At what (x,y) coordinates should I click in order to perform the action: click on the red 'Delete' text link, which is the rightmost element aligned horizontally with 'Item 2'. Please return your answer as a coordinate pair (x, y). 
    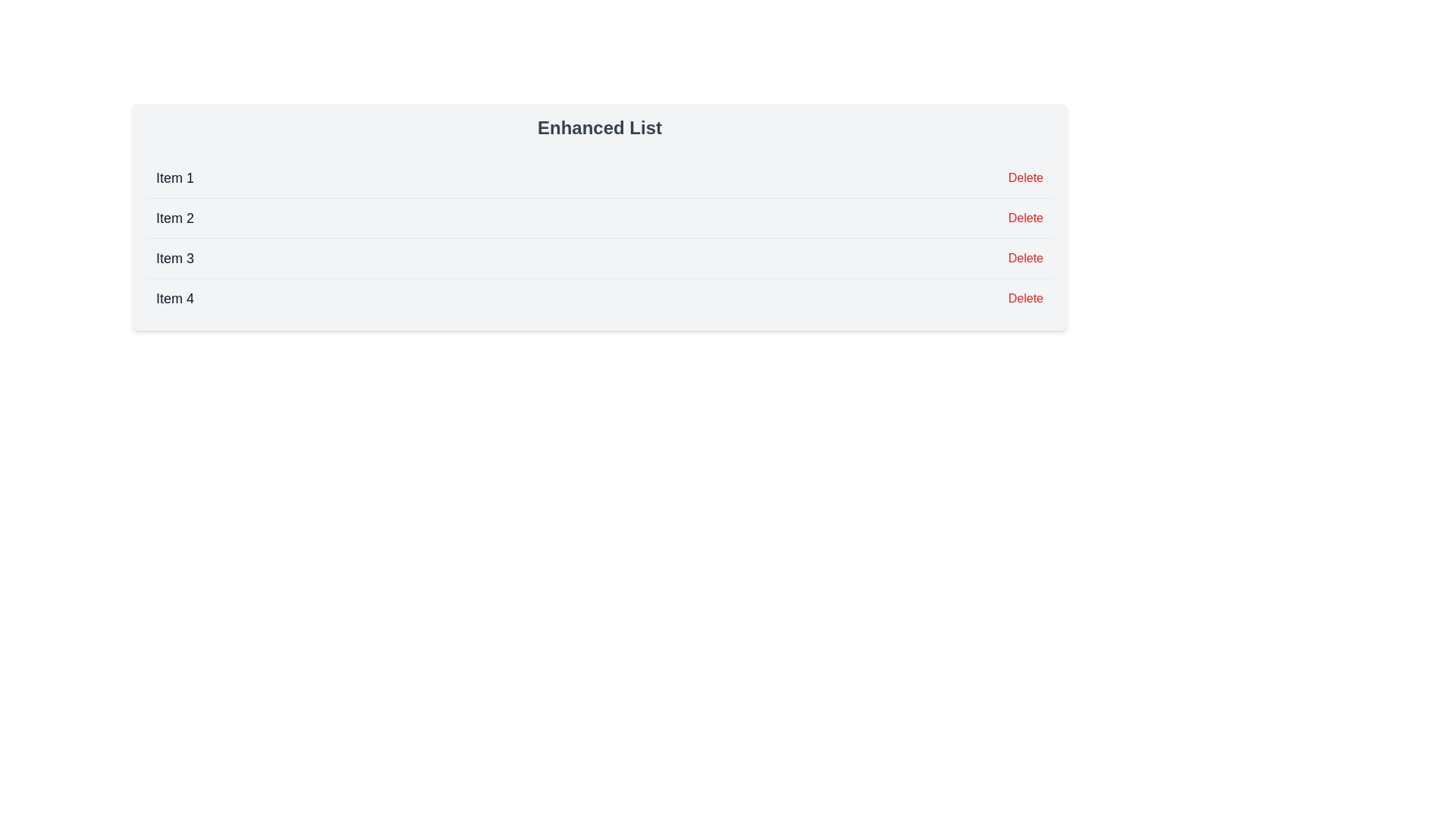
    Looking at the image, I should click on (1025, 218).